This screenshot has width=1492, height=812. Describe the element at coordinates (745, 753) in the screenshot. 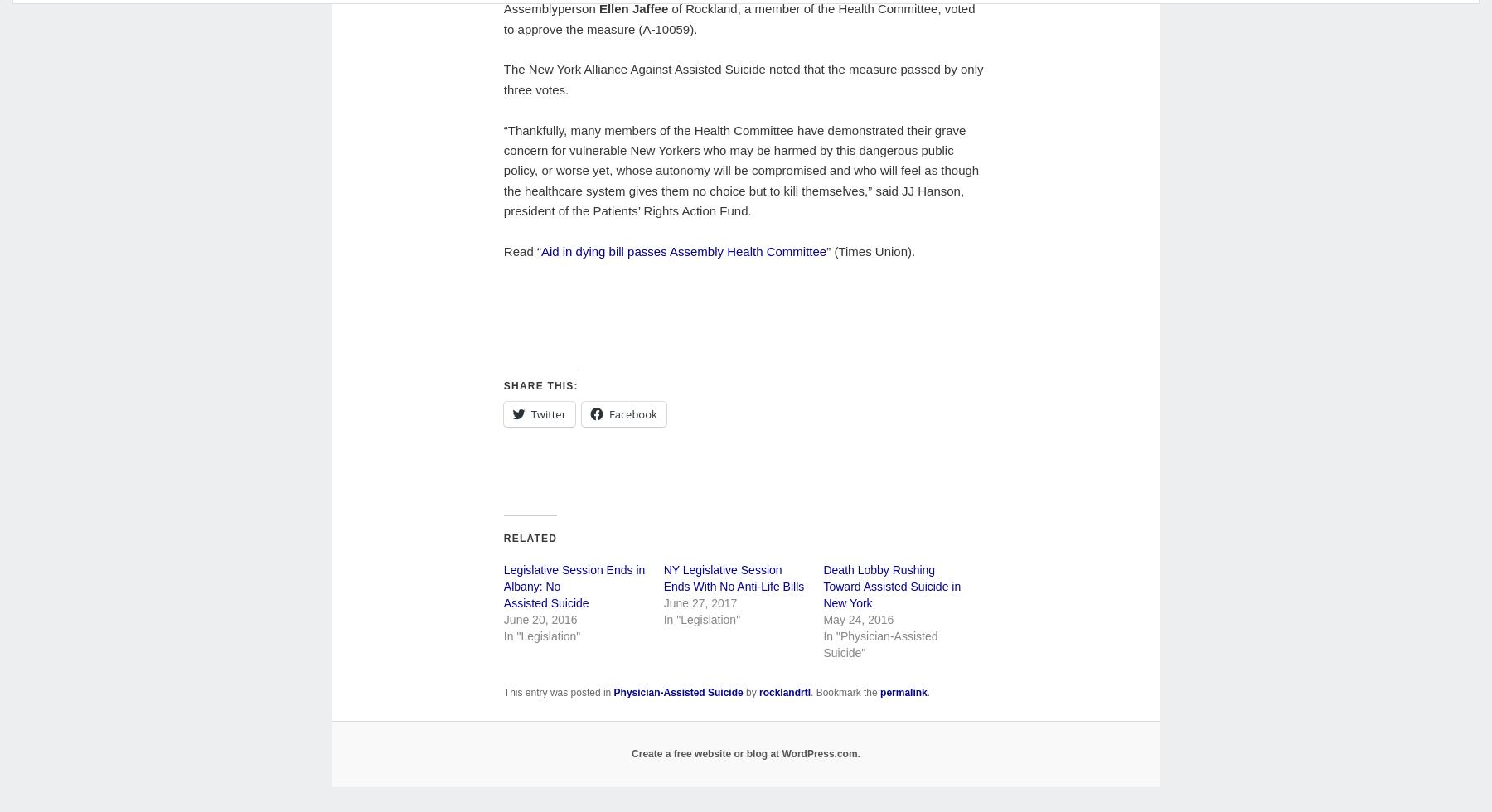

I see `'Create a free website or blog at WordPress.com.'` at that location.